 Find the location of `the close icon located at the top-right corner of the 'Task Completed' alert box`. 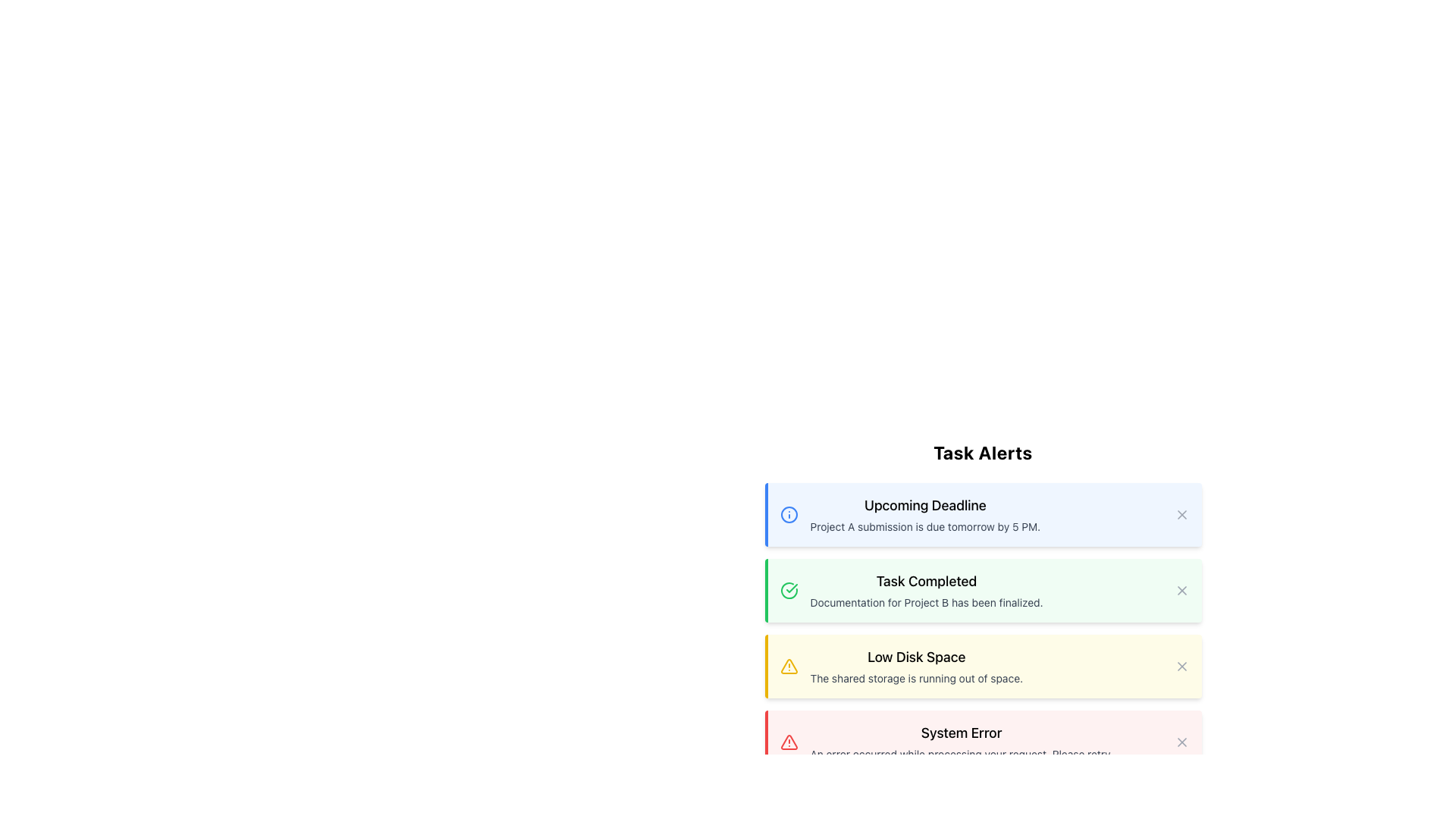

the close icon located at the top-right corner of the 'Task Completed' alert box is located at coordinates (1181, 590).